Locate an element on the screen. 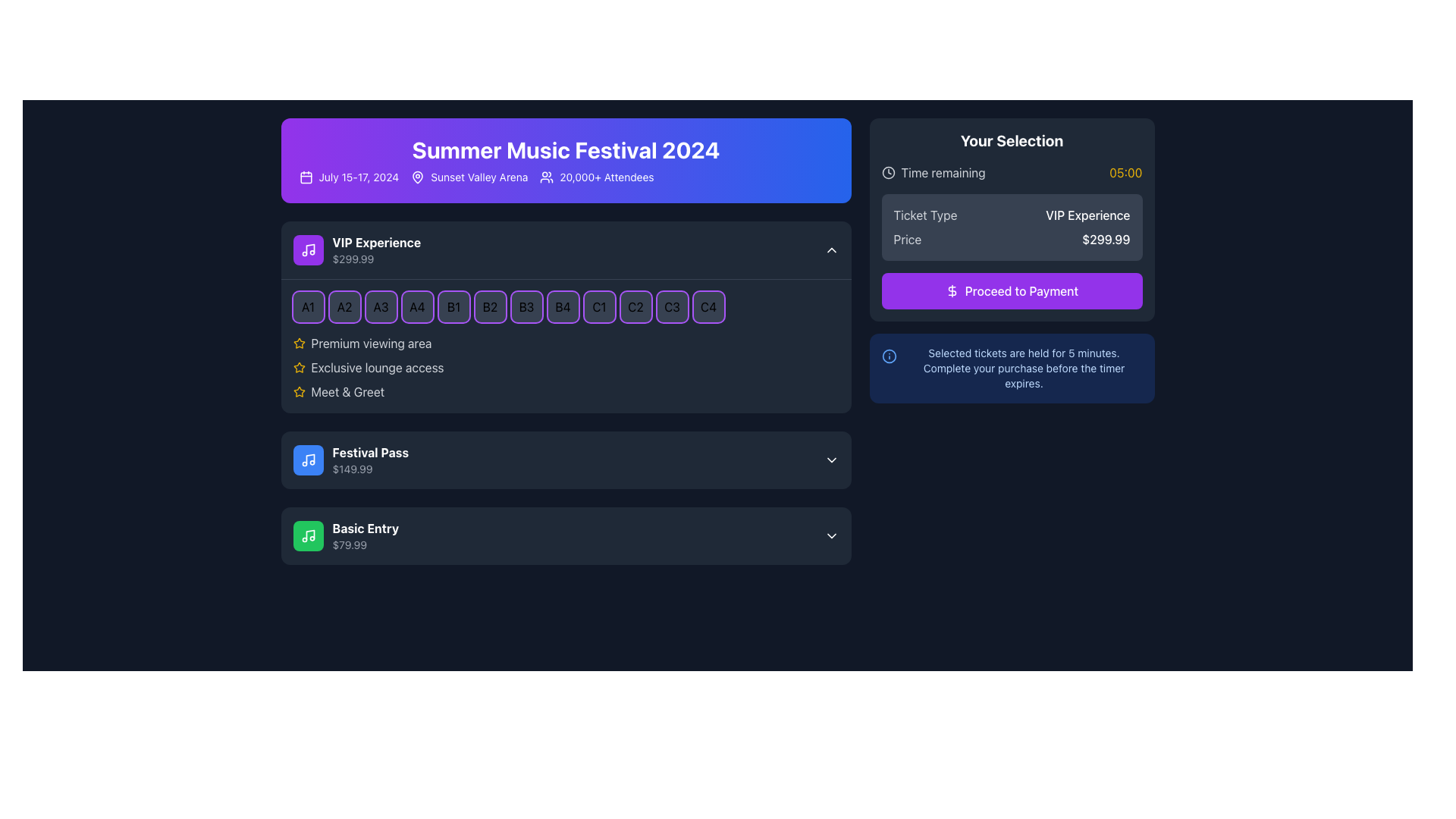 This screenshot has height=819, width=1456. the informational text label displaying the number of attendees for the event, located in the top banner of the interface, to the right of the user icon and other event details is located at coordinates (607, 177).